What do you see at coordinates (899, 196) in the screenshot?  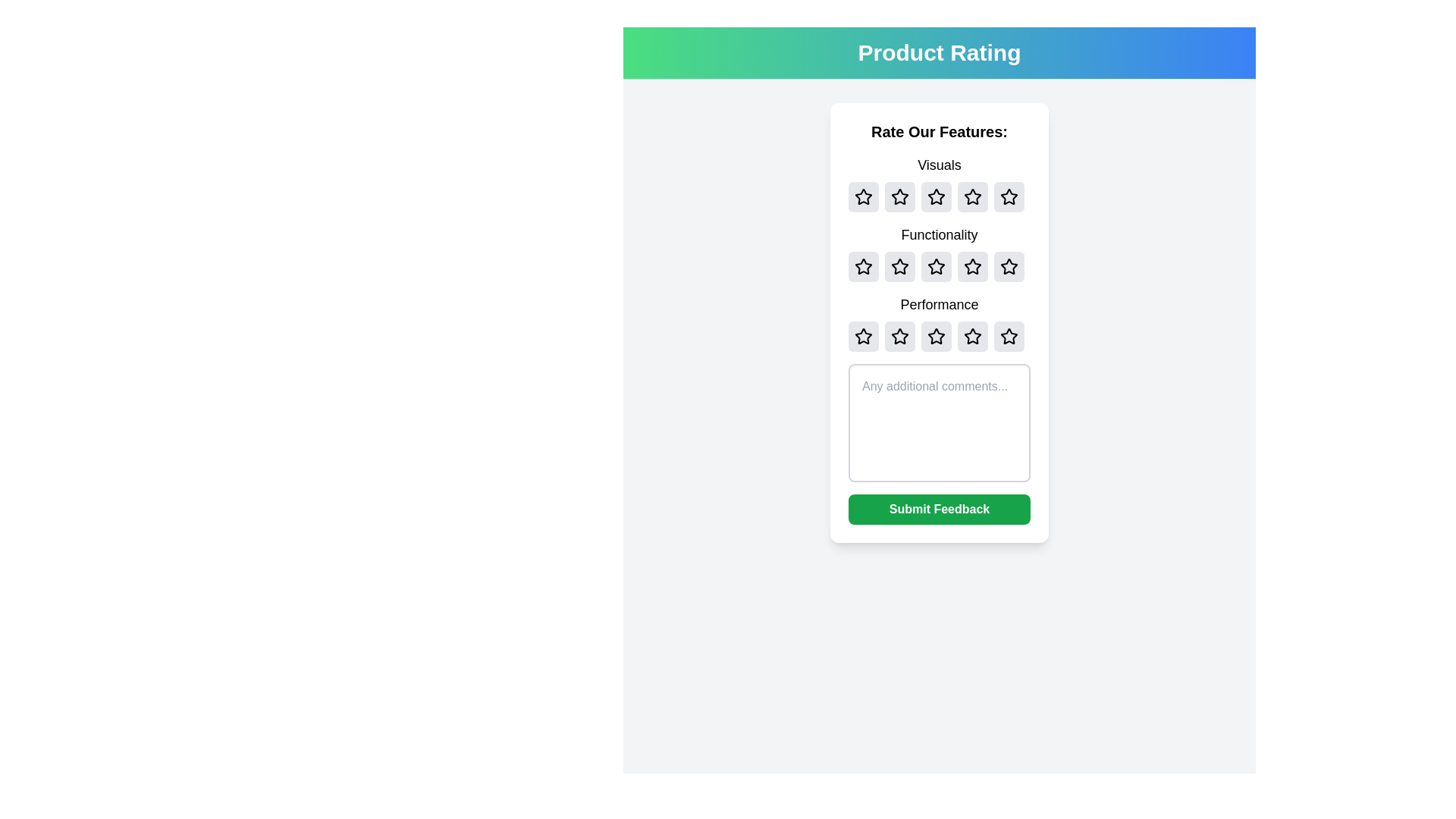 I see `the second star icon in the 'Visuals' rating row` at bounding box center [899, 196].